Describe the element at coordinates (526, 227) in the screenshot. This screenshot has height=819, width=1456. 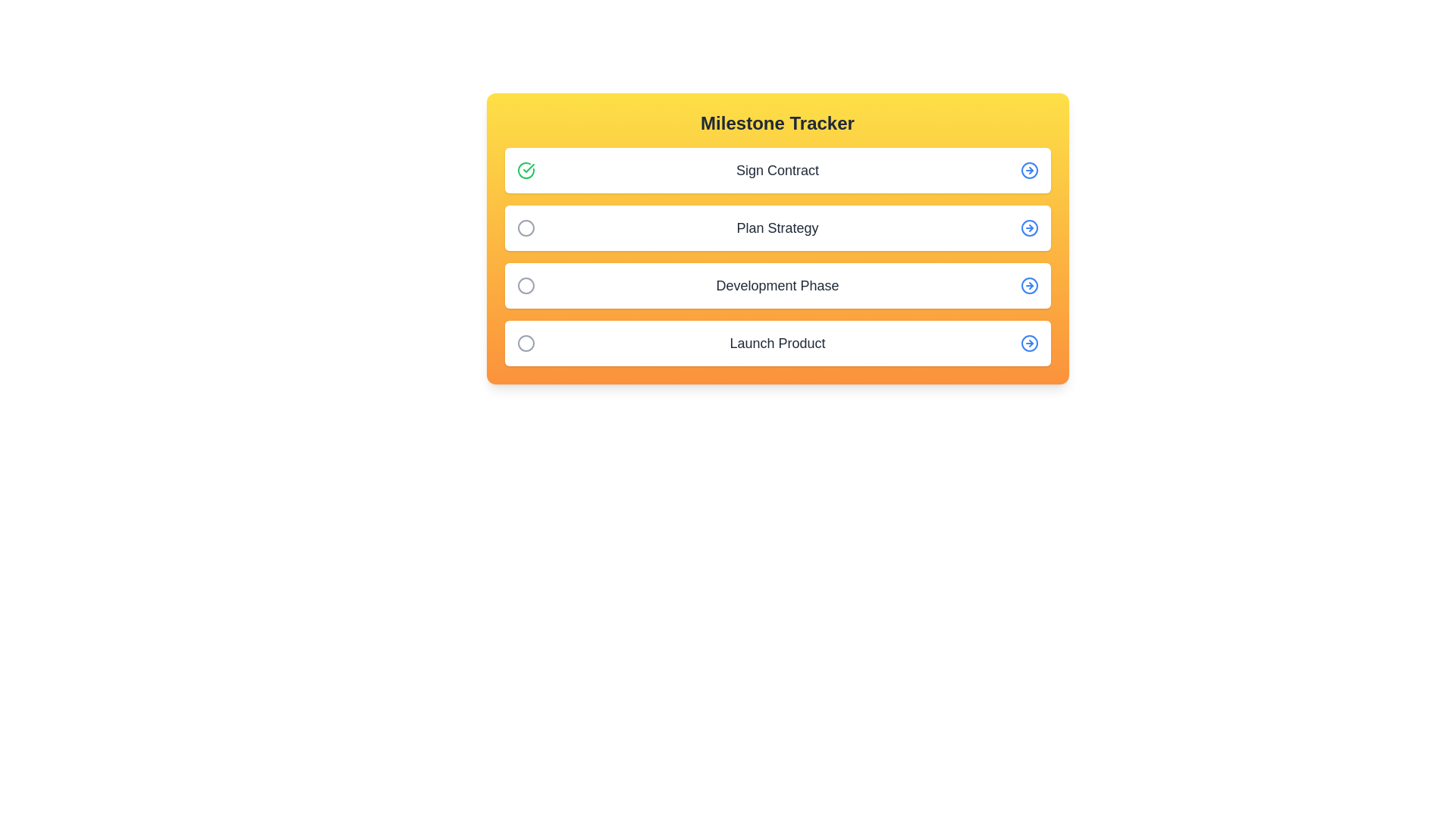
I see `the circular icon styled as an outline of a circle, located to the left of the text 'Plan Strategy'` at that location.